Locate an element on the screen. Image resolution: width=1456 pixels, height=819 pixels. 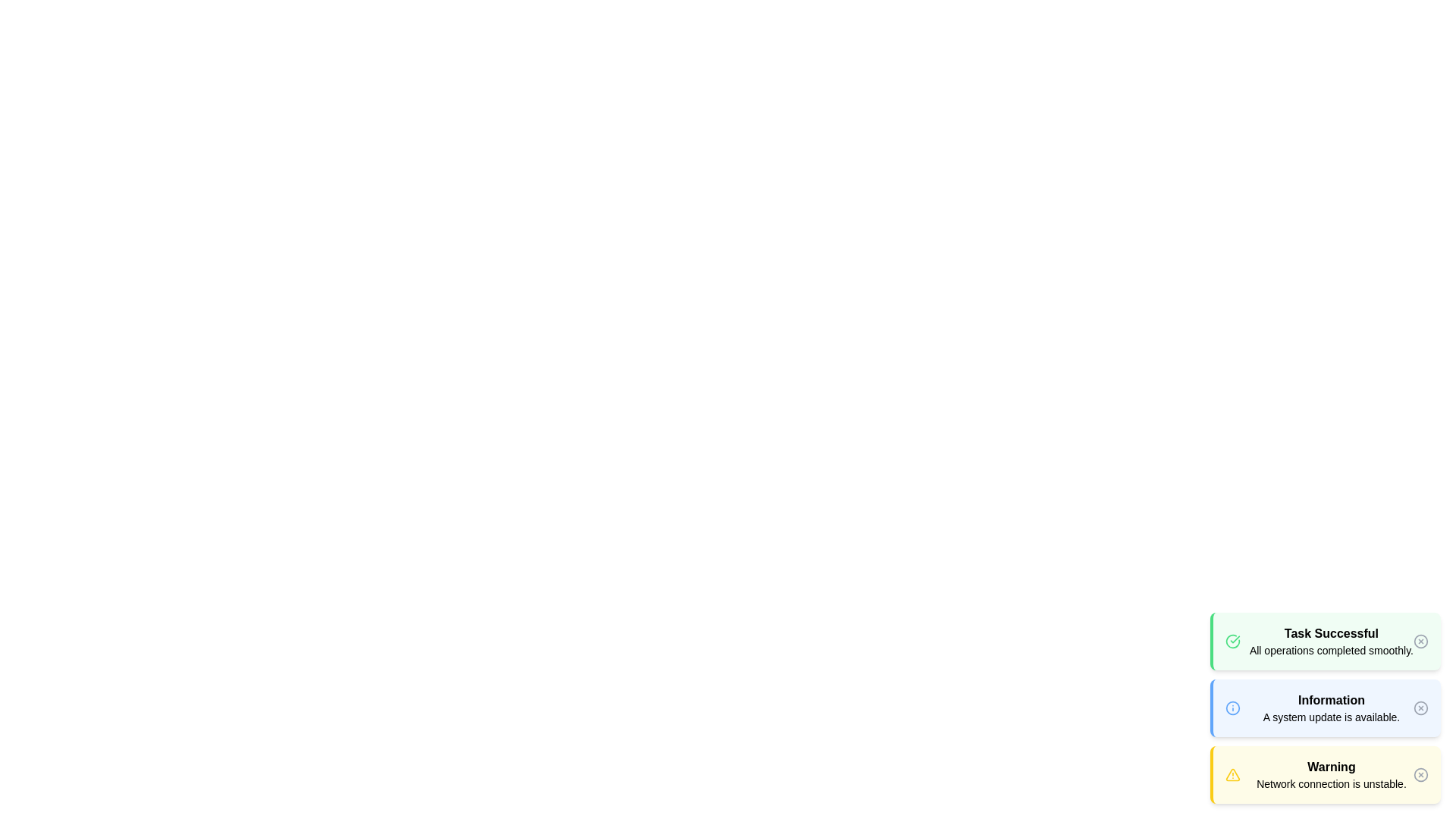
the alert with the type warning is located at coordinates (1324, 775).